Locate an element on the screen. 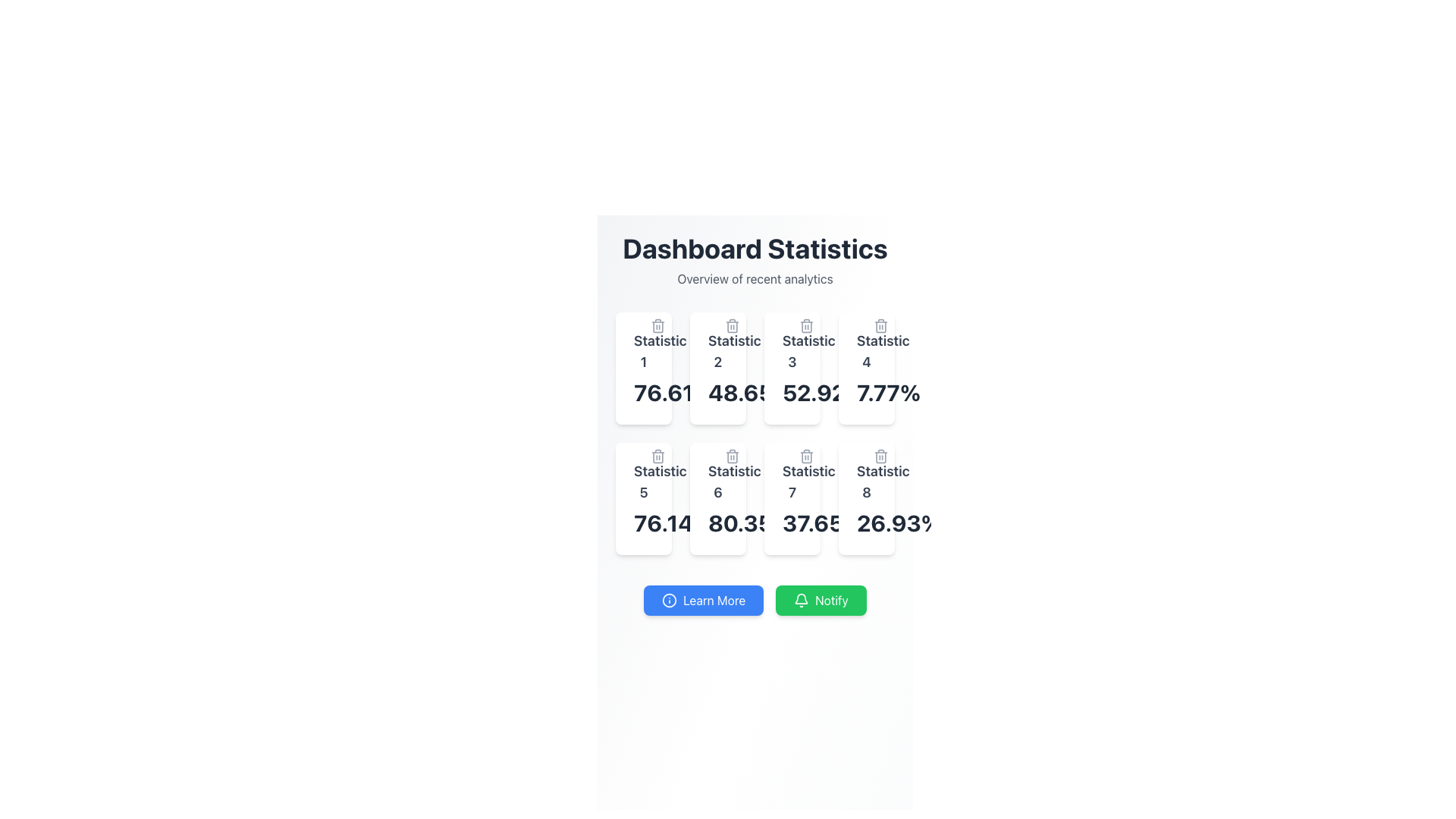 This screenshot has width=1456, height=819. the delete icon button located in the top-right corner of the 'Statistic 5' card, above the text '76.14%' is located at coordinates (658, 455).